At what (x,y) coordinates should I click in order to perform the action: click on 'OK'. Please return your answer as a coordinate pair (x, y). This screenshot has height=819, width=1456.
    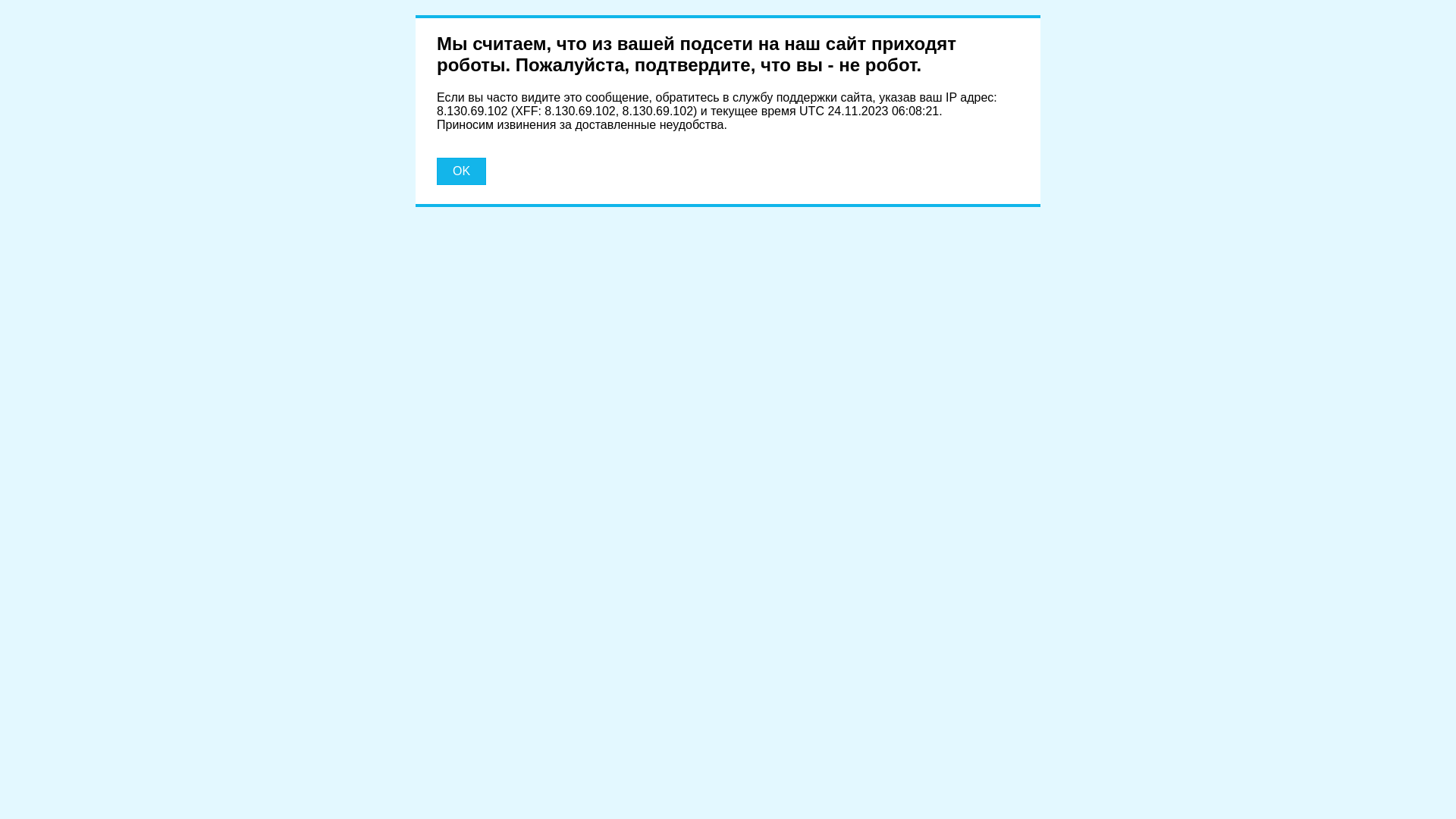
    Looking at the image, I should click on (460, 171).